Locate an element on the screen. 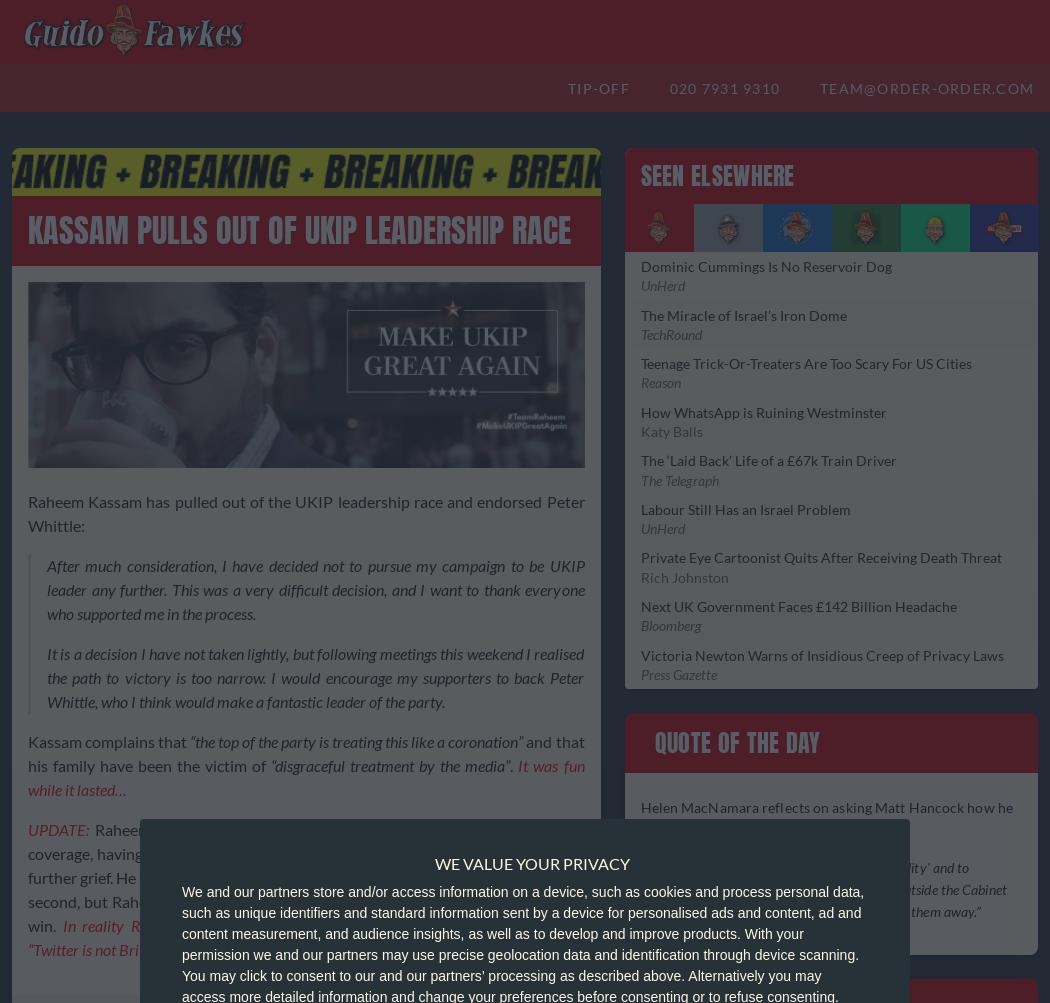 This screenshot has height=1003, width=1050. 'and that his family have been the victim of' is located at coordinates (305, 751).